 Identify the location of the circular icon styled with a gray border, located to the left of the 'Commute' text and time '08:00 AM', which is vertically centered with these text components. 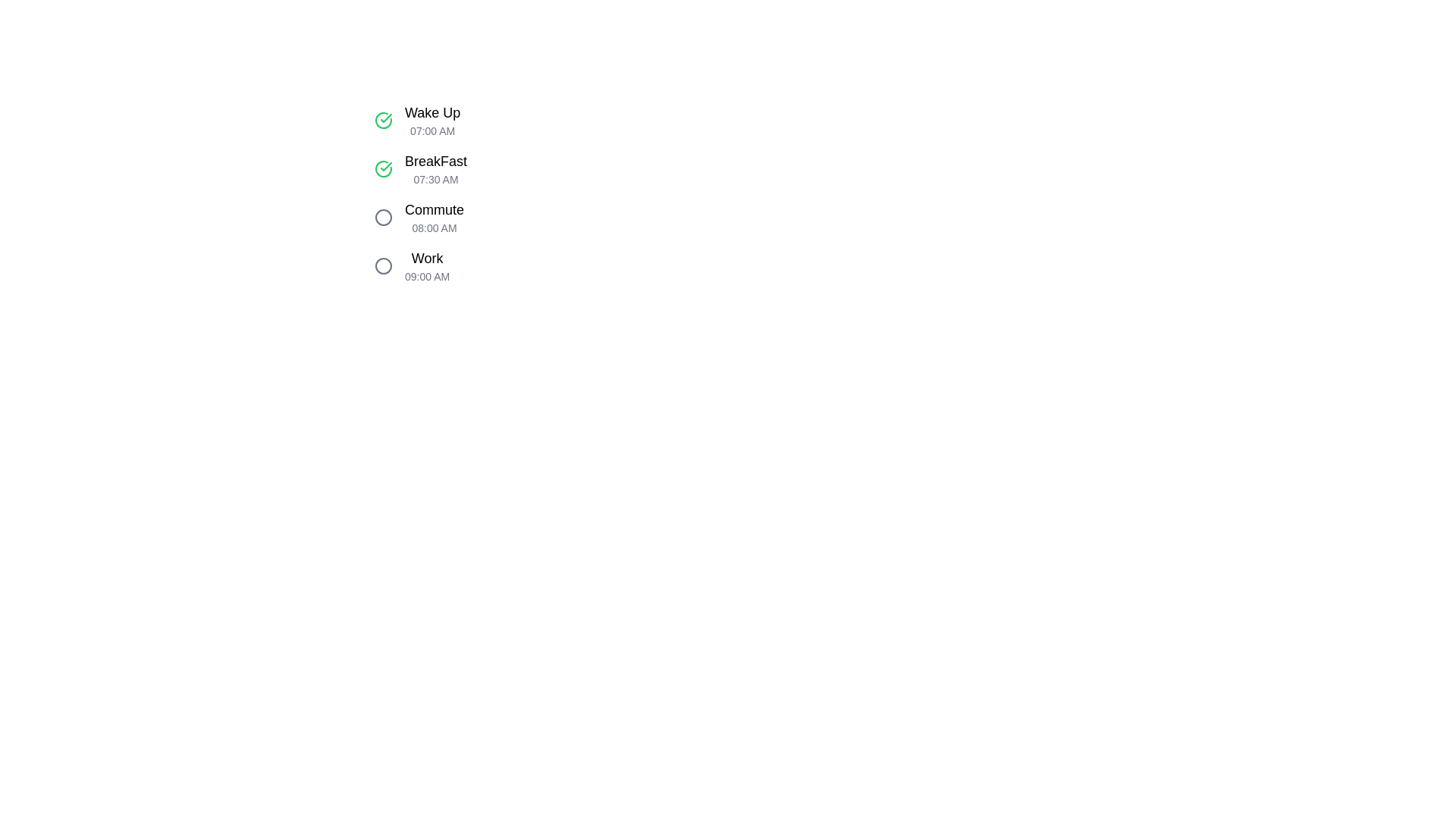
(383, 217).